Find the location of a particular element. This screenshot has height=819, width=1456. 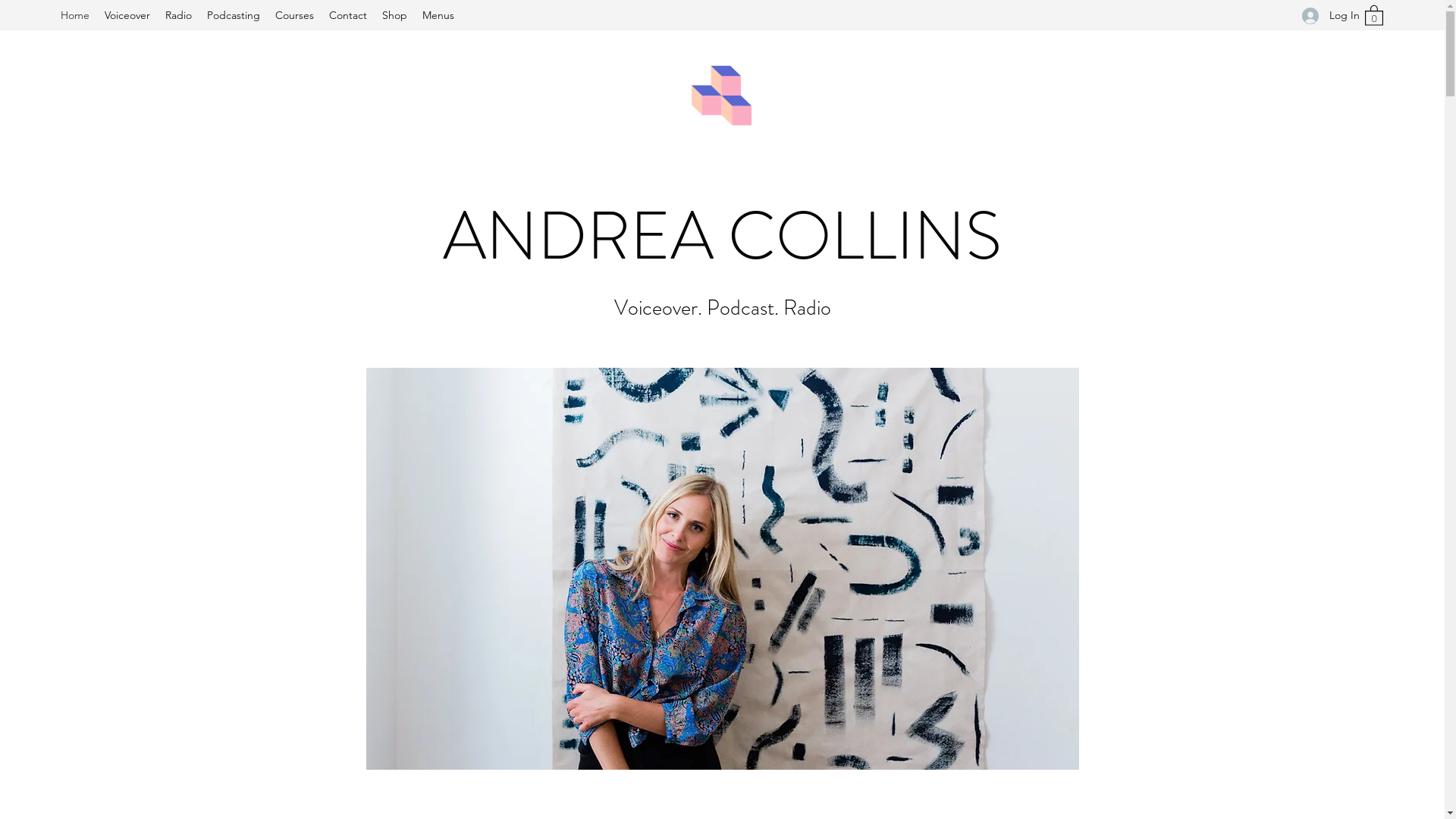

'Log In' is located at coordinates (1324, 15).